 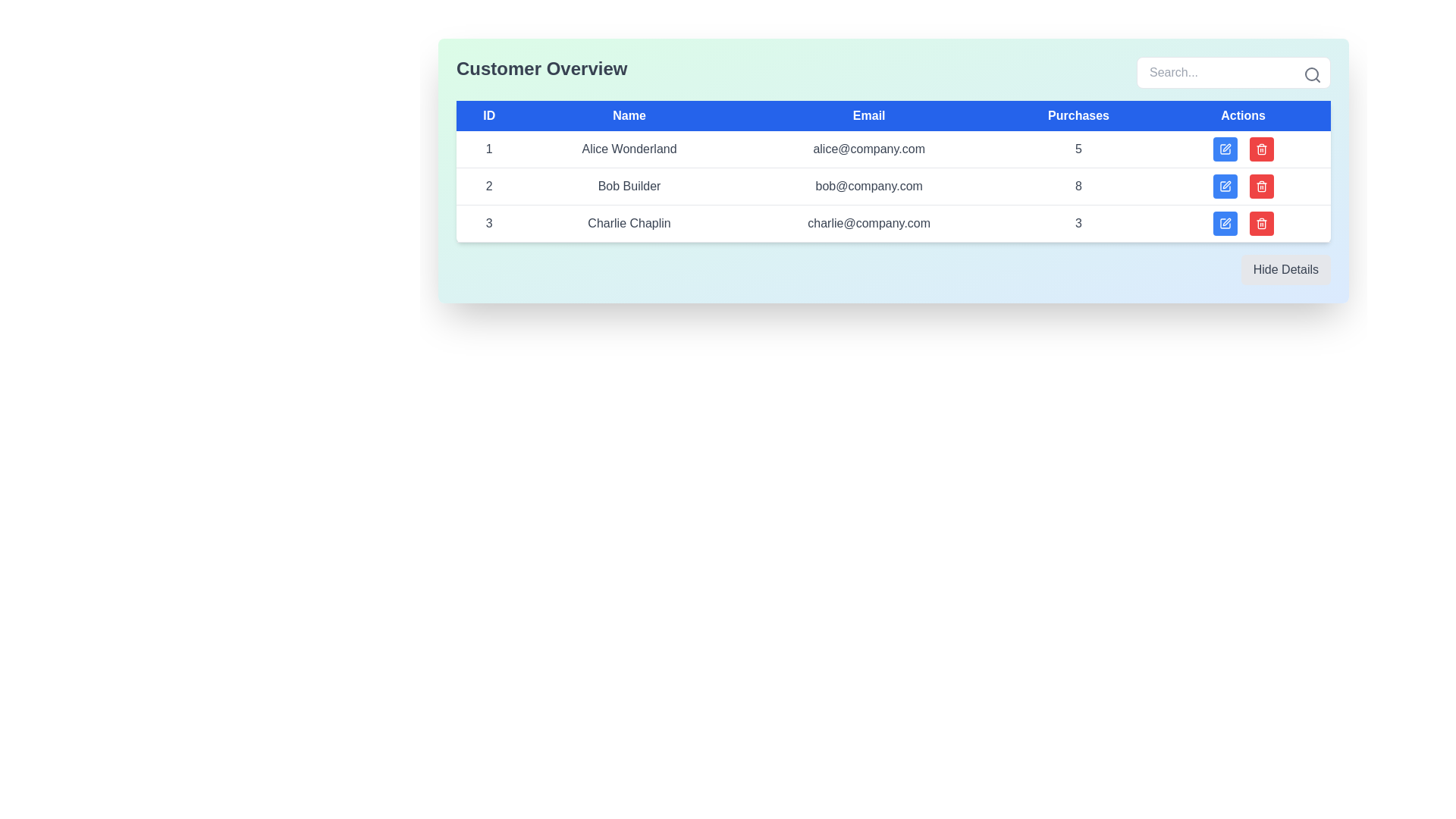 I want to click on the circular indicator in the Actions column of the second row of the table, located between the edit and delete buttons, so click(x=1243, y=186).